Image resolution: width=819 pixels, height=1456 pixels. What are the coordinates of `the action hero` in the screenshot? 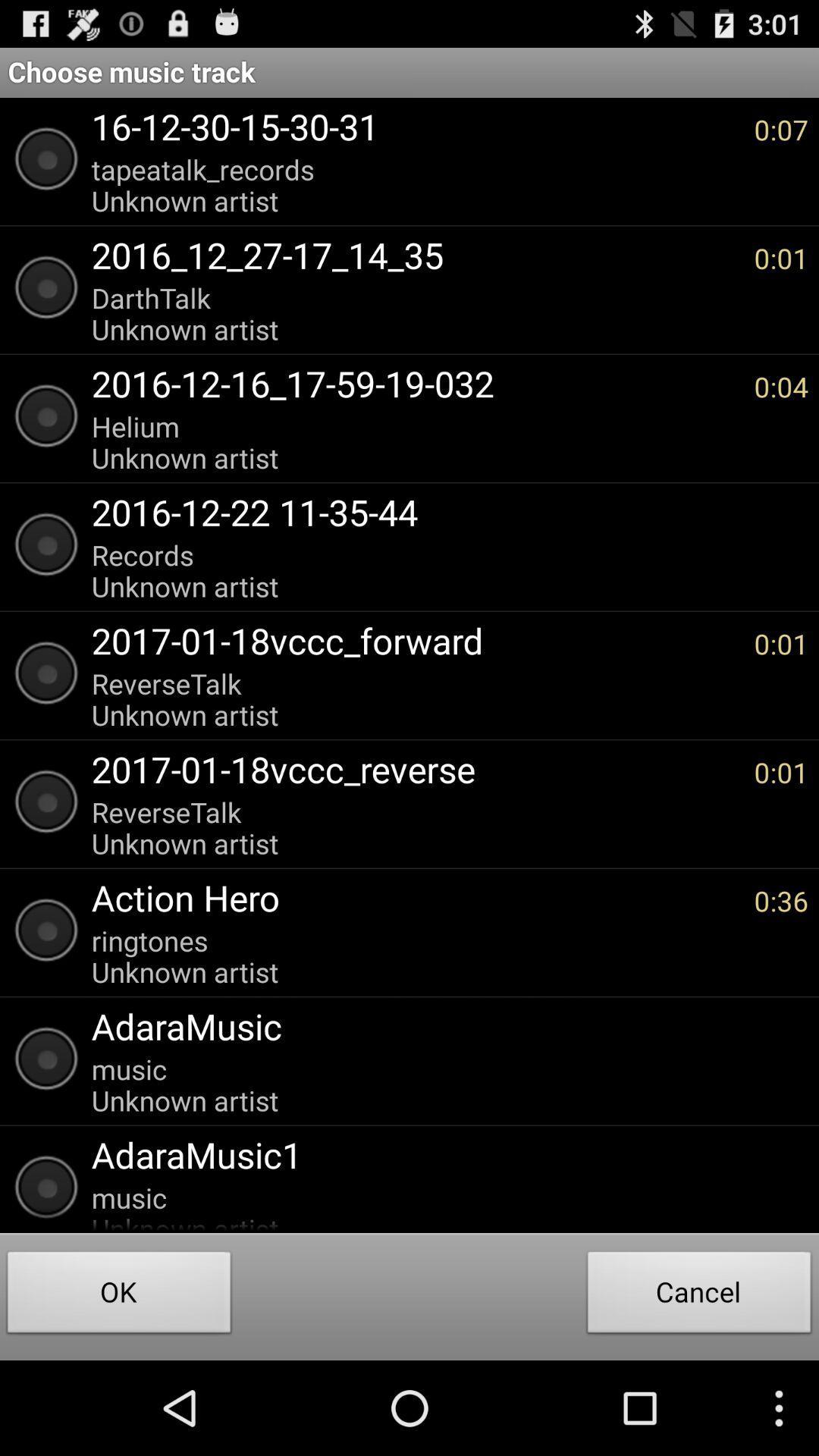 It's located at (415, 897).